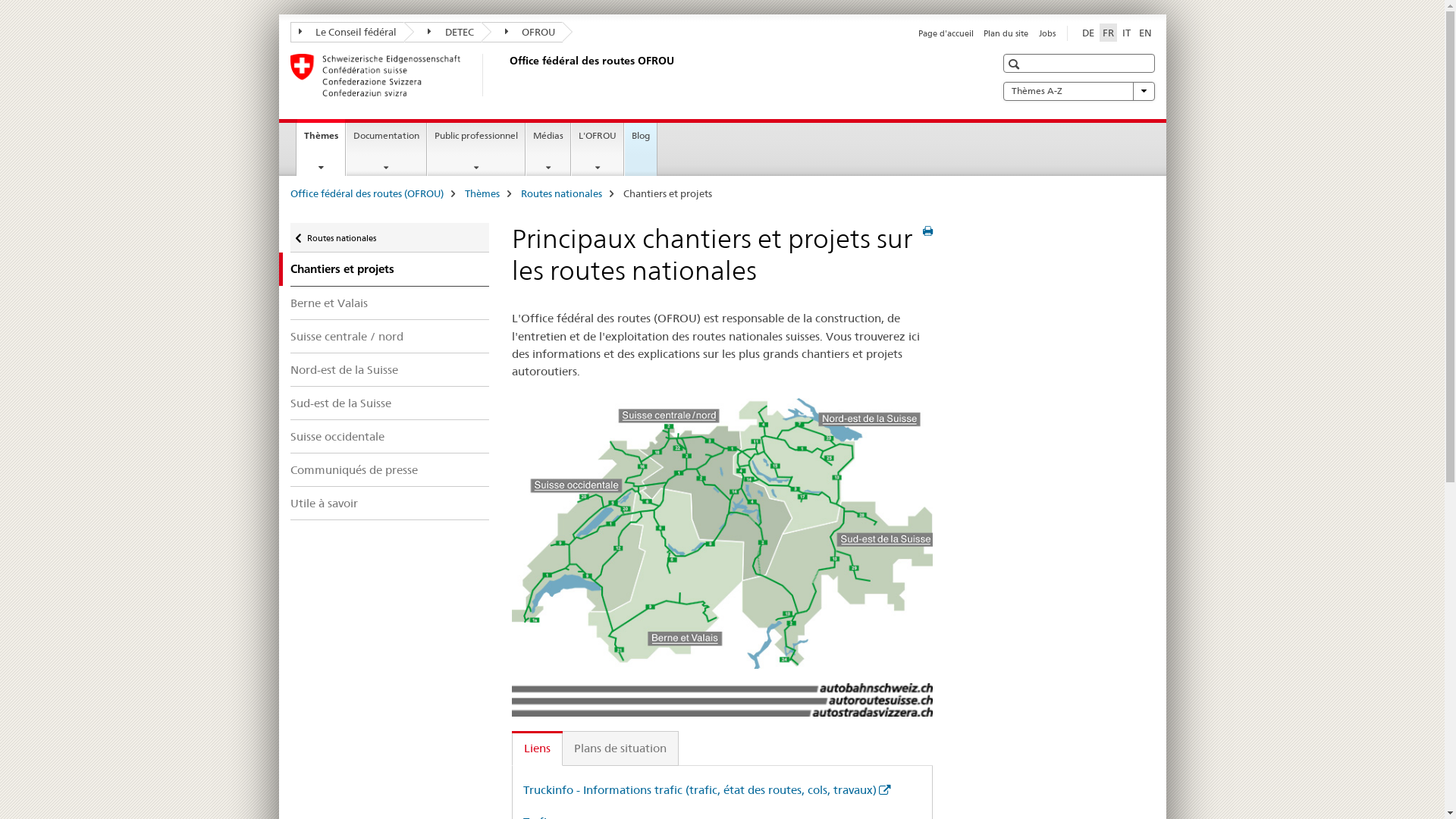  What do you see at coordinates (640, 149) in the screenshot?
I see `'Blog'` at bounding box center [640, 149].